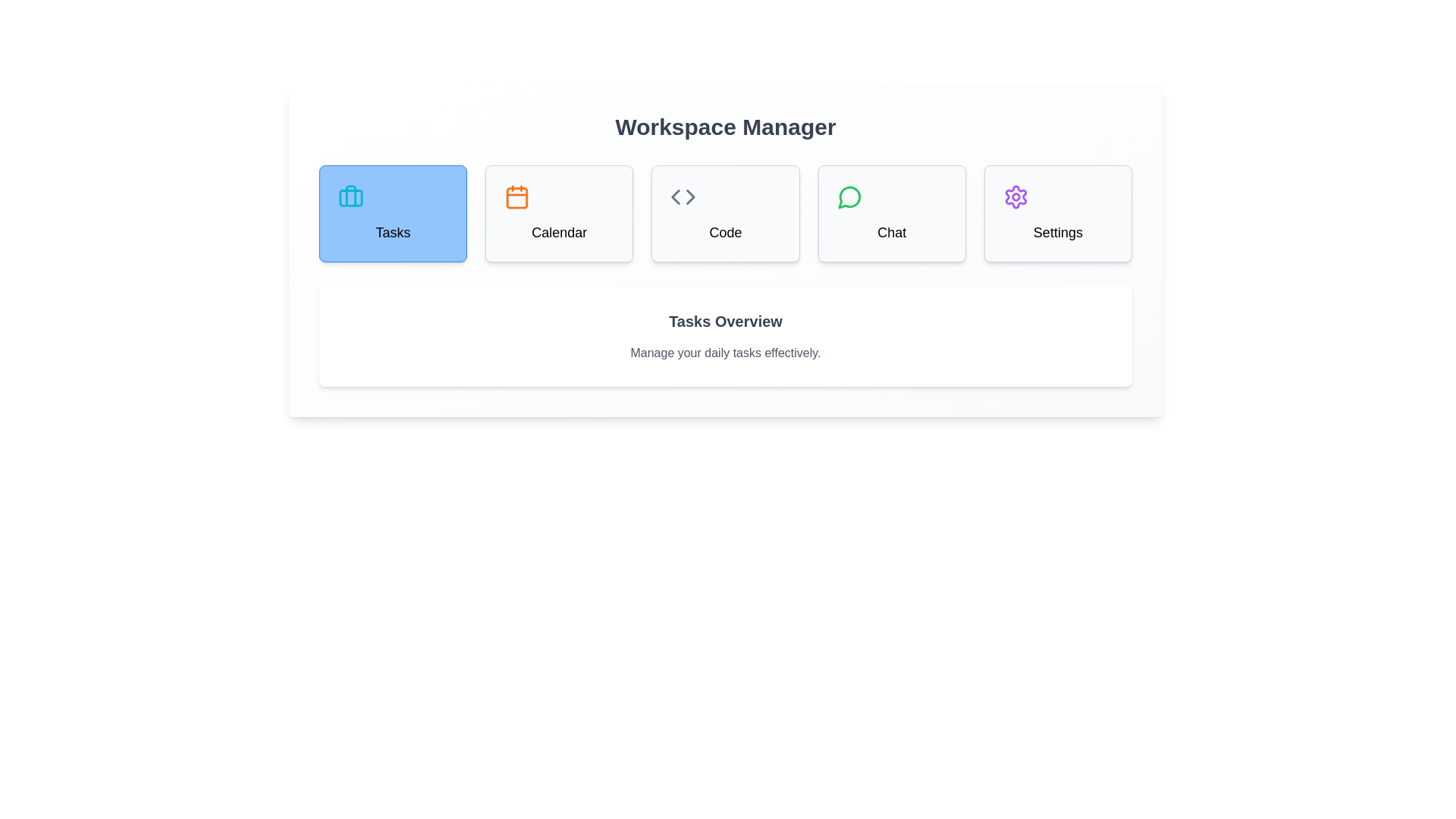  Describe the element at coordinates (682, 196) in the screenshot. I see `the 'Code' icon located inside the 'Code' button, which is the third button in a row of five options below the 'Workspace Manager' title` at that location.